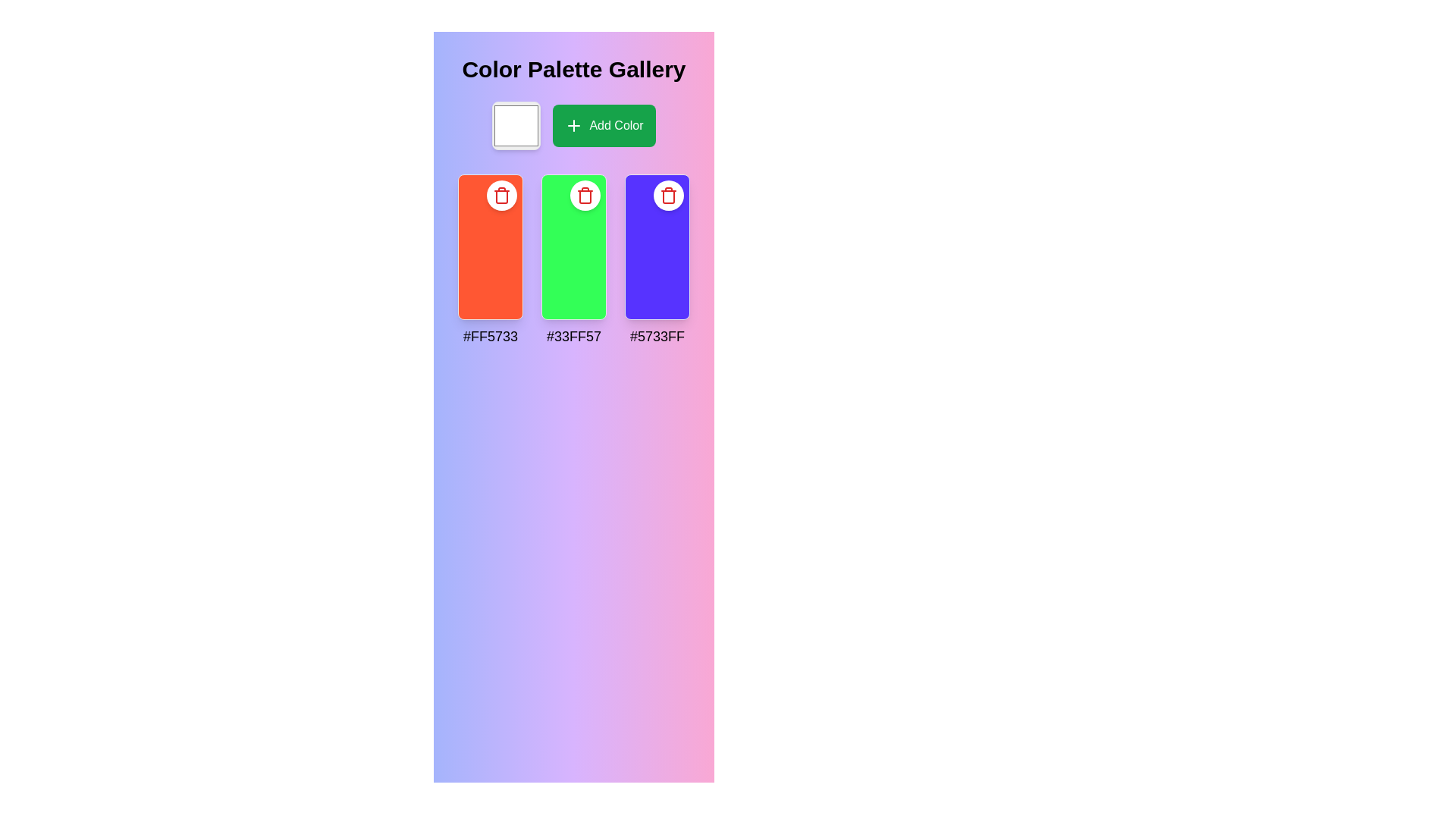  I want to click on hexadecimal color code displayed in the text label located below the colored rectangle in the first color card of the leftmost column of the color palette grid, so click(491, 335).